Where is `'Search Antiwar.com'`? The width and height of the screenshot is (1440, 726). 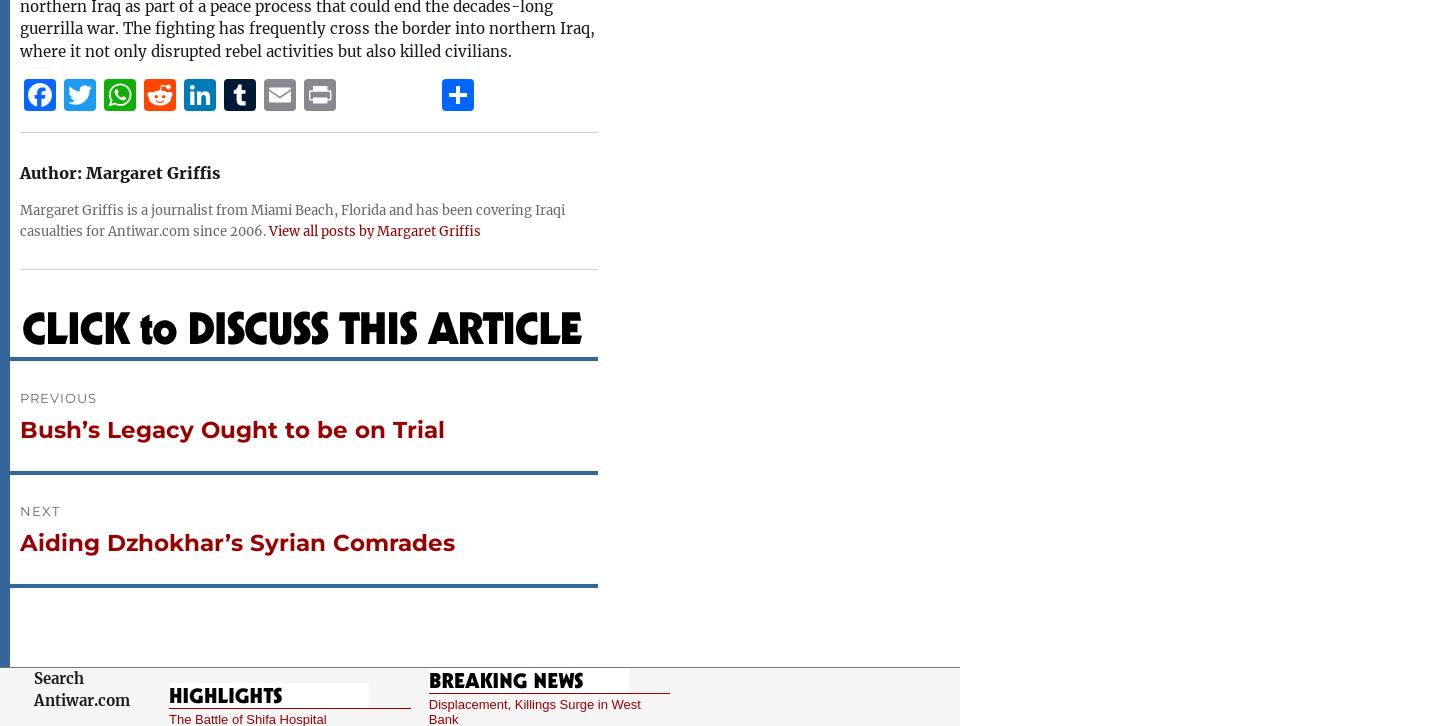
'Search Antiwar.com' is located at coordinates (81, 687).